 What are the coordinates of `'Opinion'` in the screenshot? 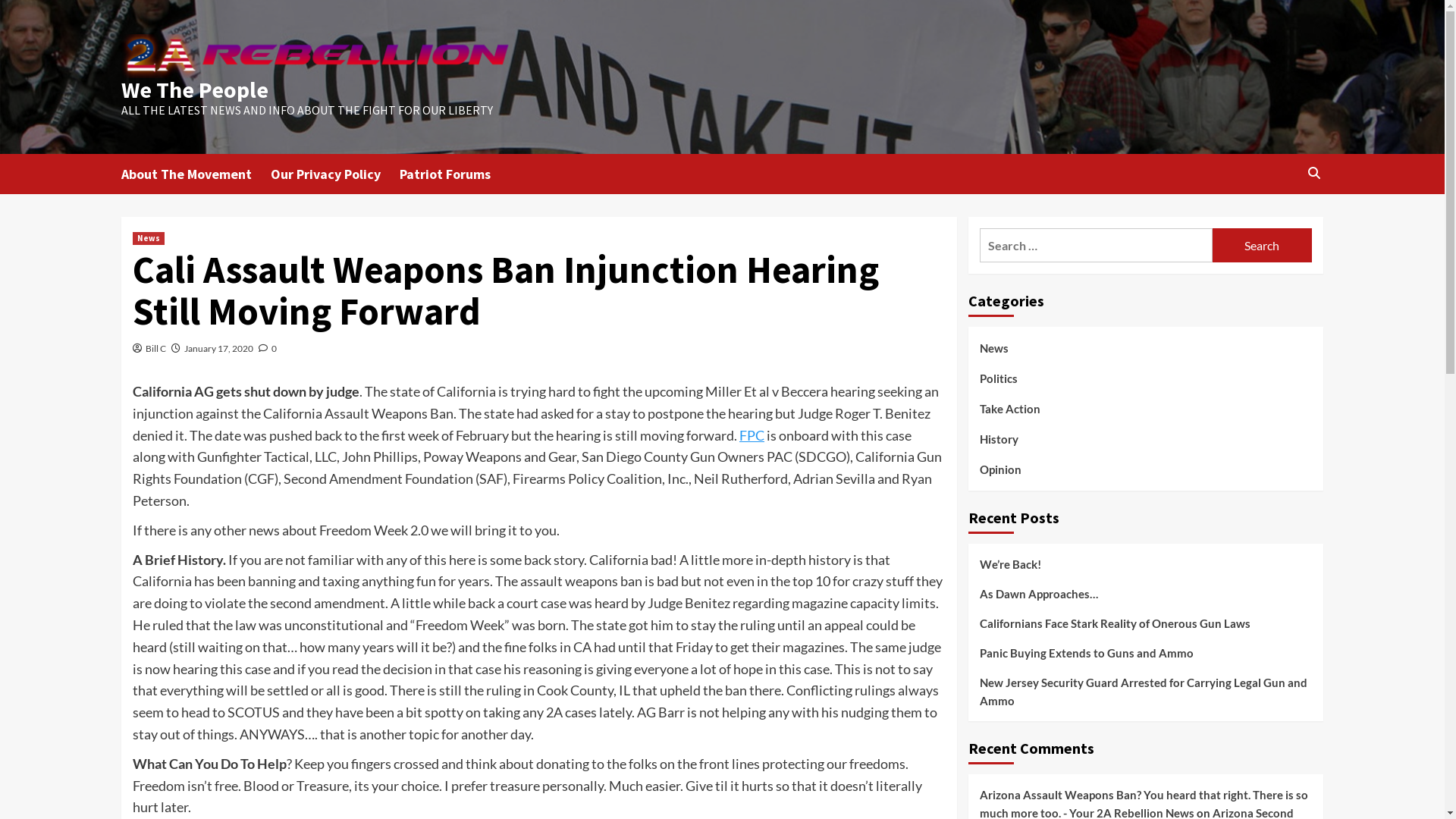 It's located at (979, 468).